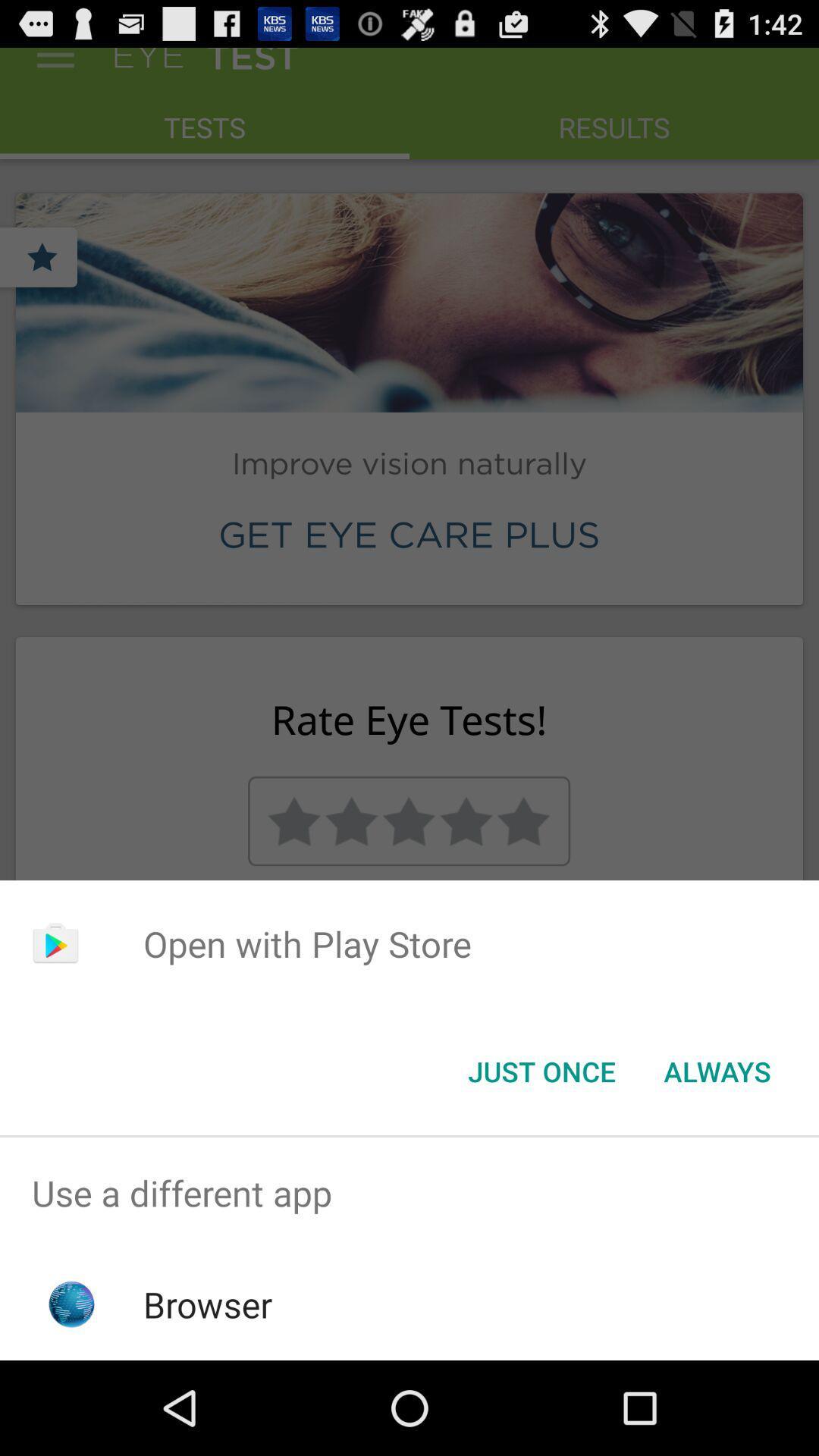  I want to click on item at the bottom right corner, so click(717, 1070).